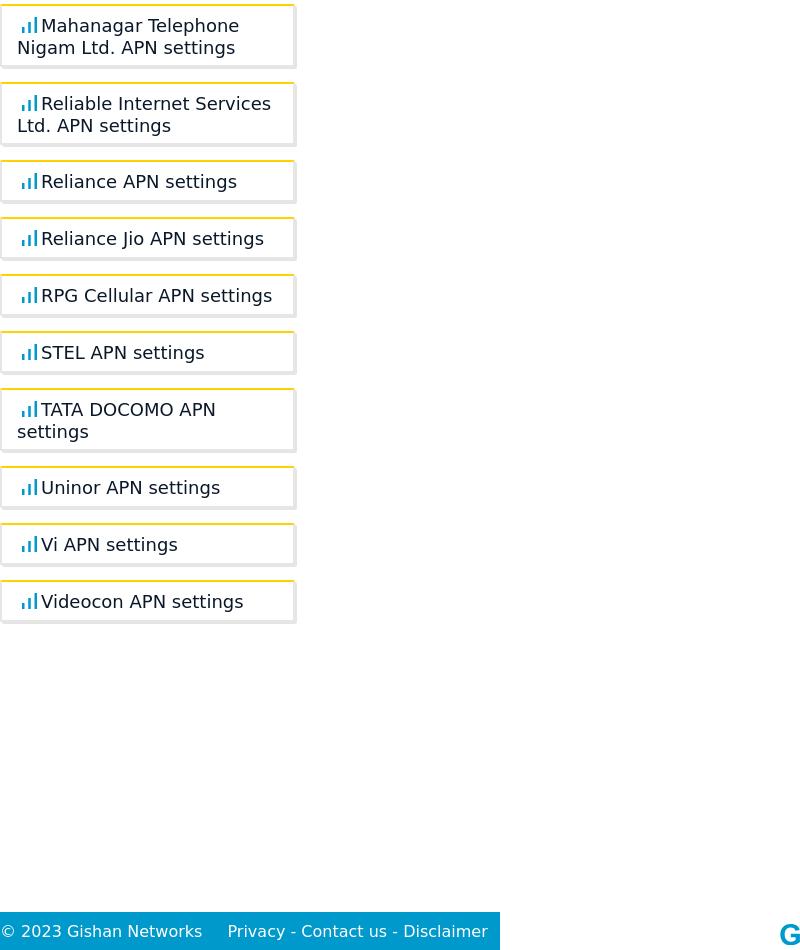  I want to click on 'Videocon APN settings', so click(142, 601).